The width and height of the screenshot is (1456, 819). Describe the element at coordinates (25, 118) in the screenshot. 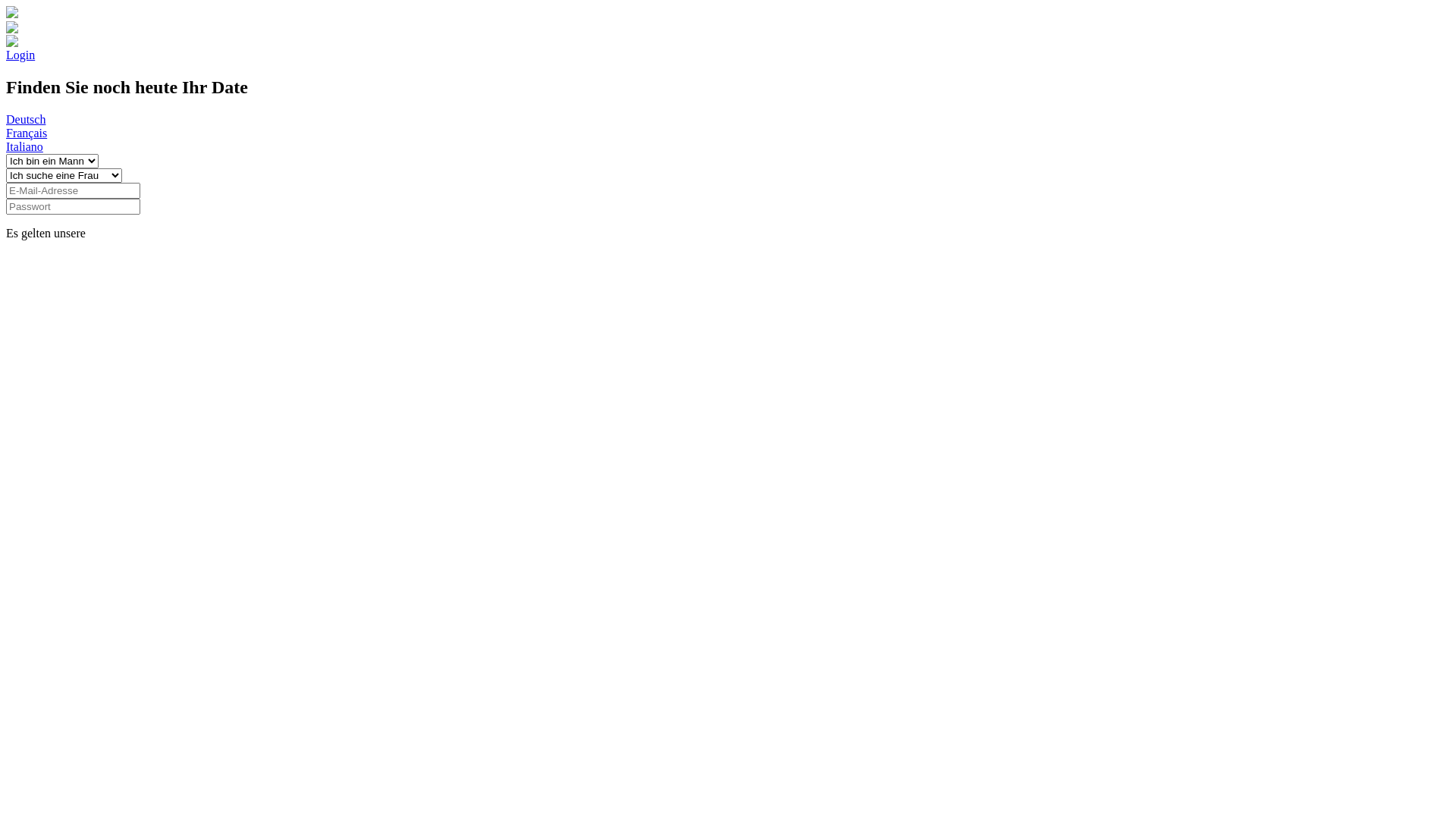

I see `'Deutsch'` at that location.